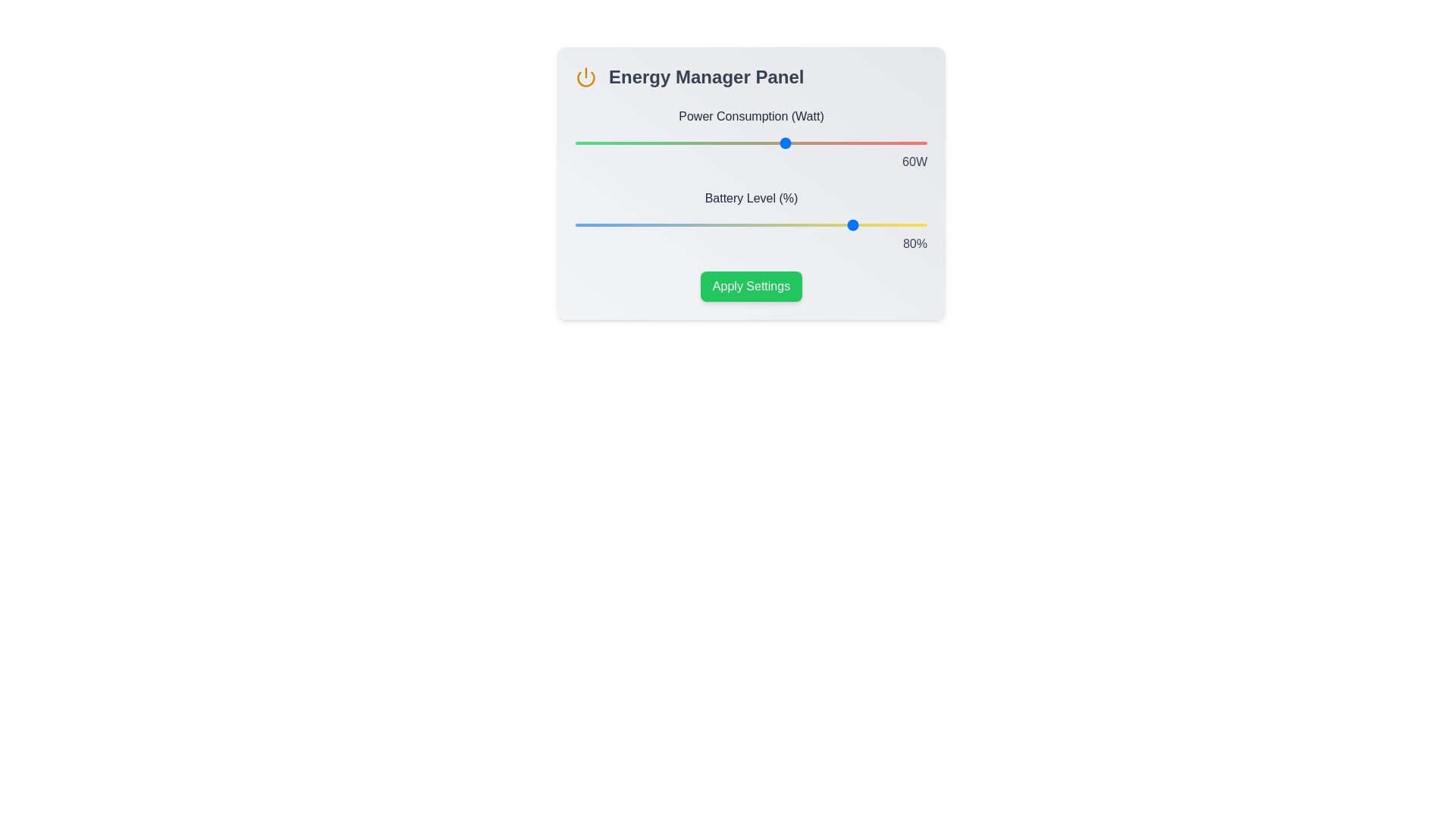  Describe the element at coordinates (765, 143) in the screenshot. I see `the power consumption slider to 54 percent` at that location.